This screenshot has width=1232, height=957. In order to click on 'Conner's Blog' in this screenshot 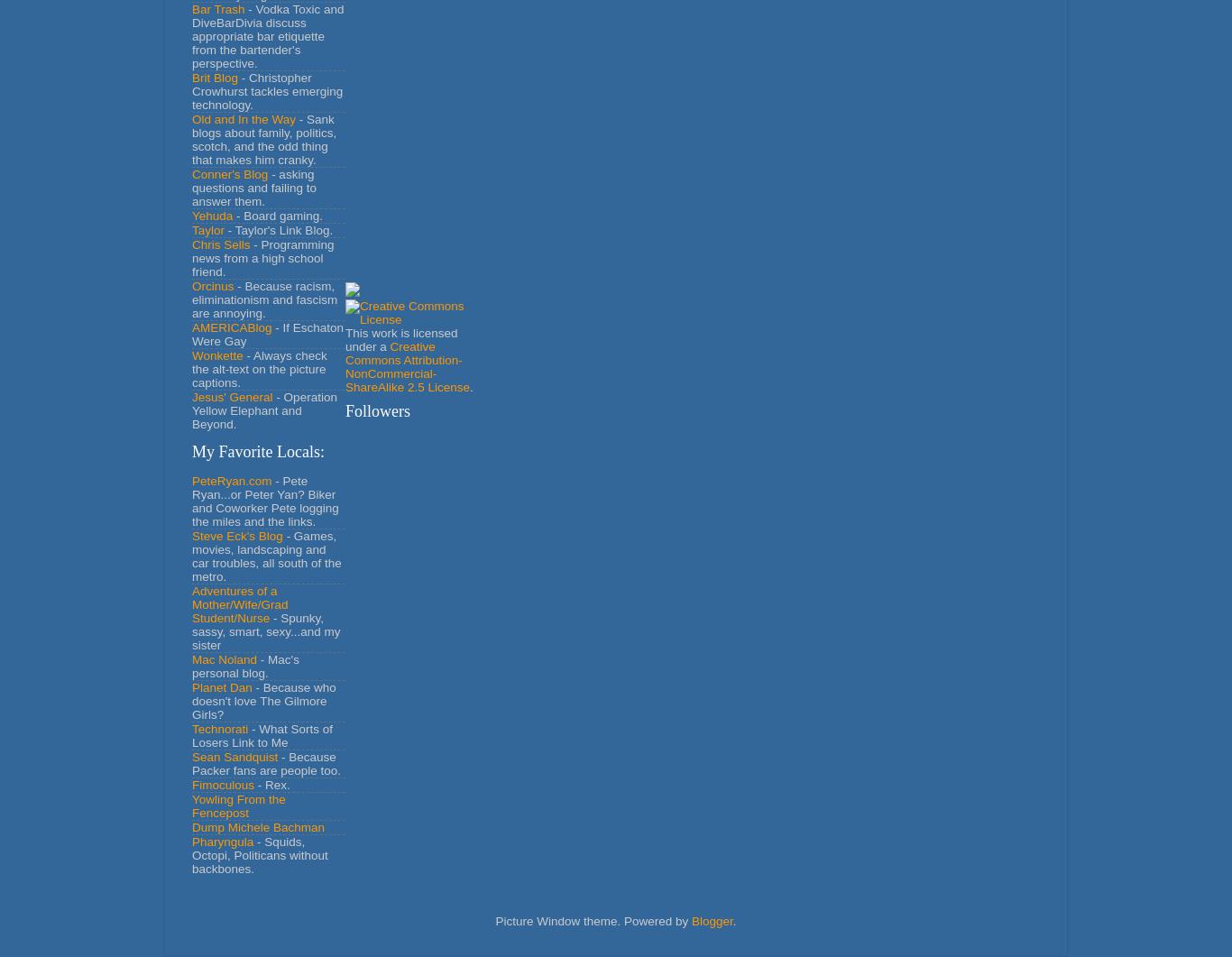, I will do `click(230, 172)`.